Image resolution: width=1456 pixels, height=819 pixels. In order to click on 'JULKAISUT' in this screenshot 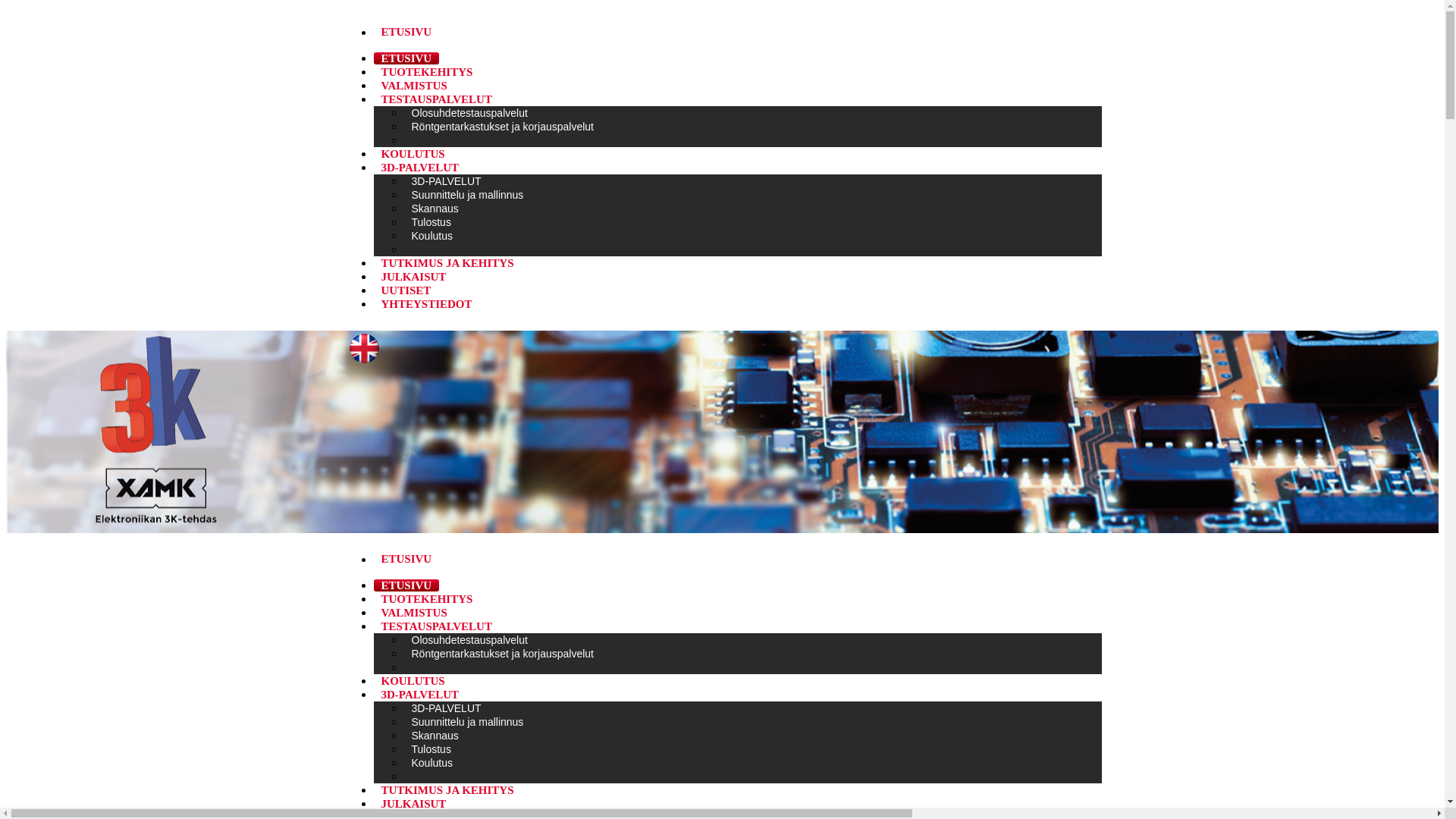, I will do `click(413, 277)`.